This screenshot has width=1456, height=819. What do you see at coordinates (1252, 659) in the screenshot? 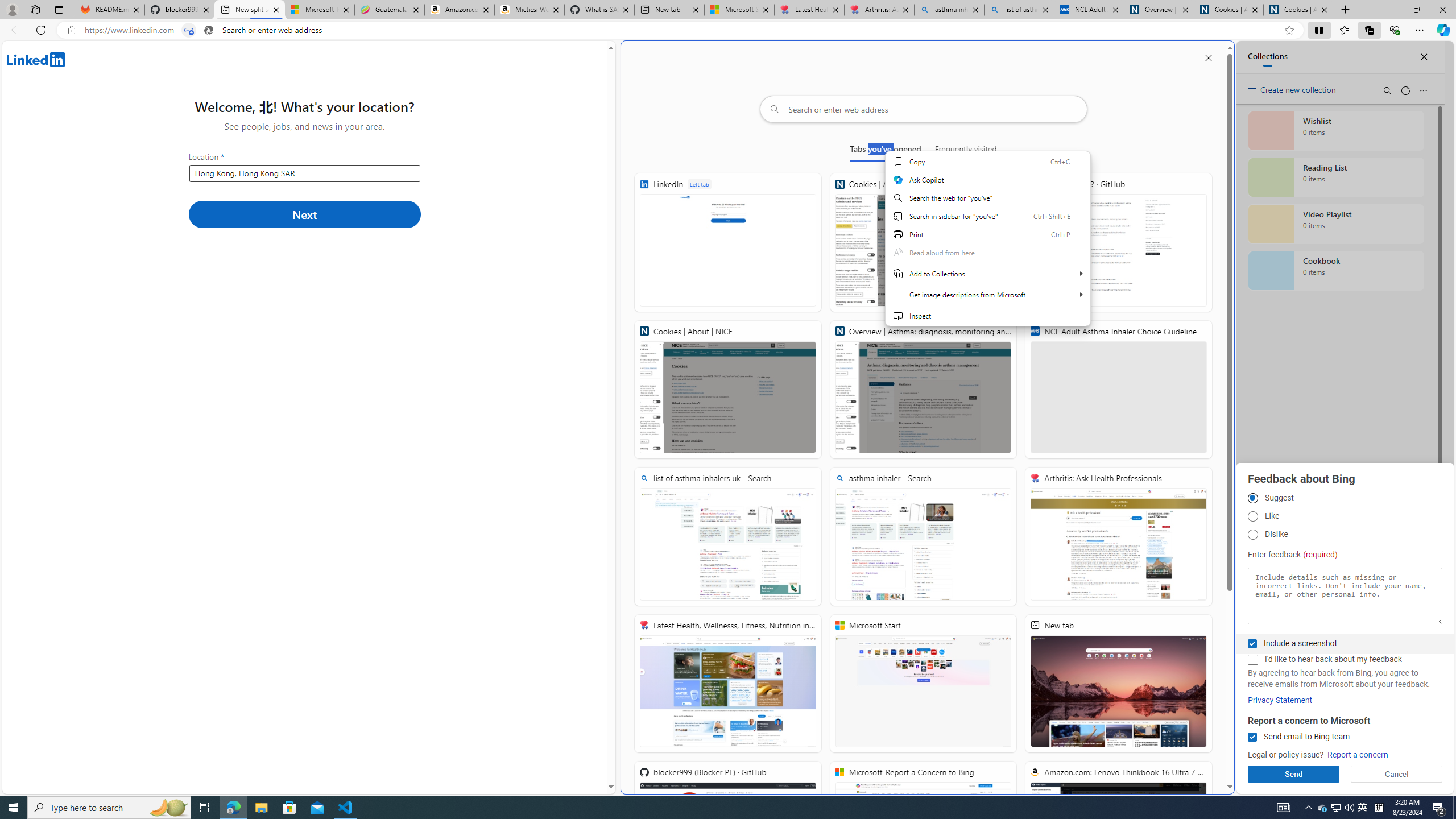
I see `'I'` at bounding box center [1252, 659].